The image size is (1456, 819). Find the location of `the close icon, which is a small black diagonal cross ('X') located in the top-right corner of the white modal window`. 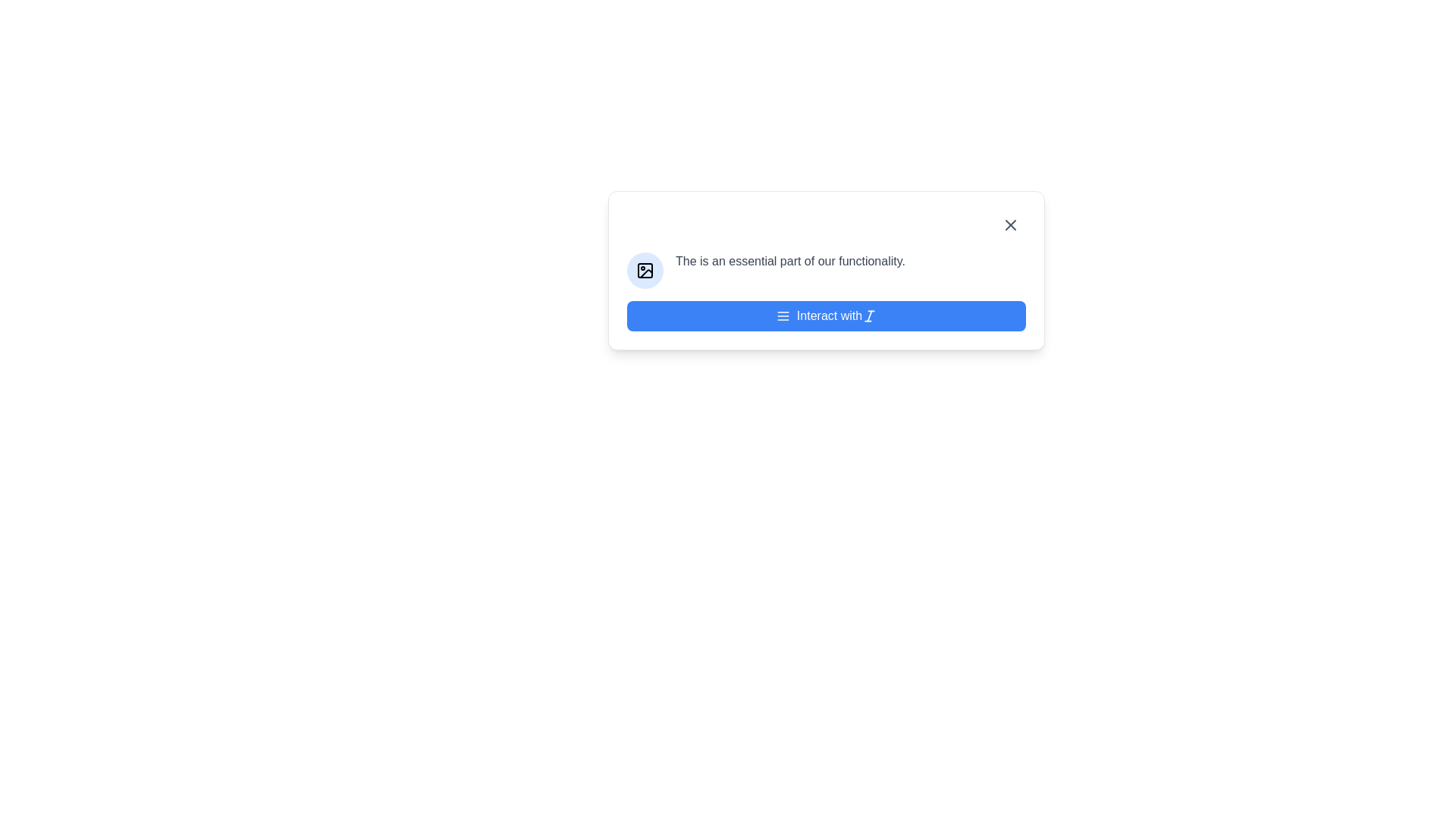

the close icon, which is a small black diagonal cross ('X') located in the top-right corner of the white modal window is located at coordinates (1011, 225).